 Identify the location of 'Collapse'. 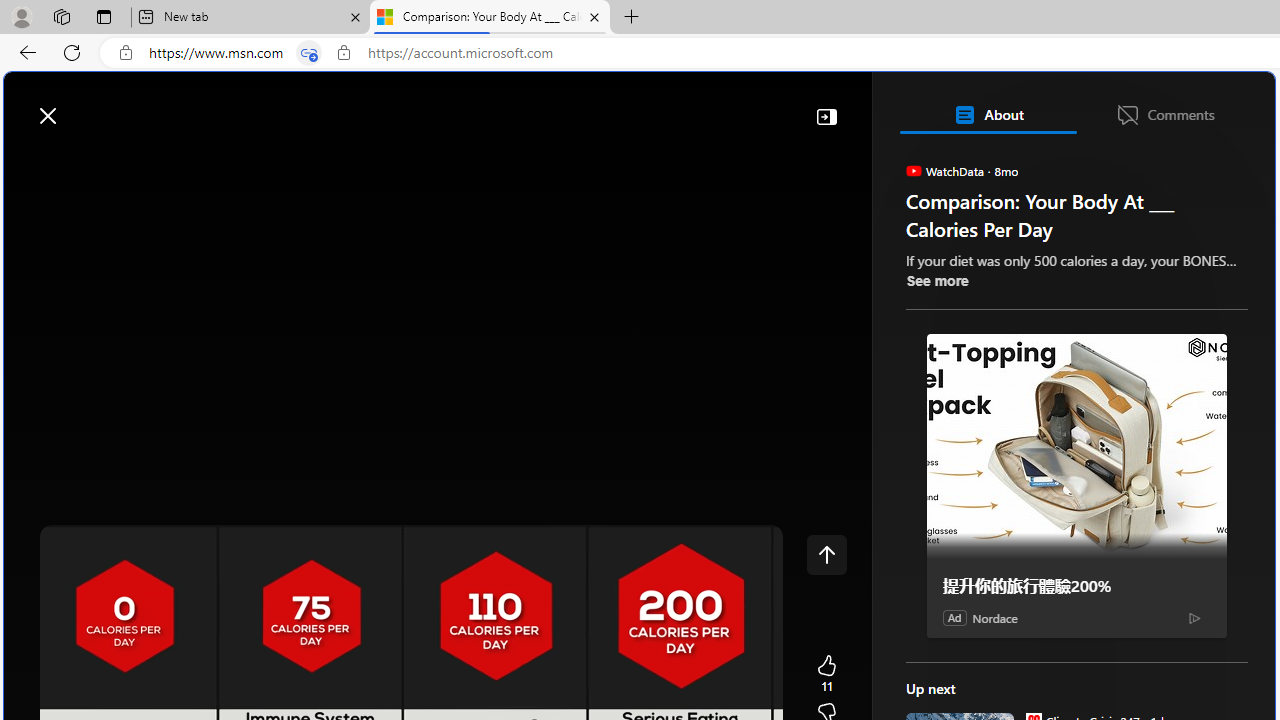
(826, 115).